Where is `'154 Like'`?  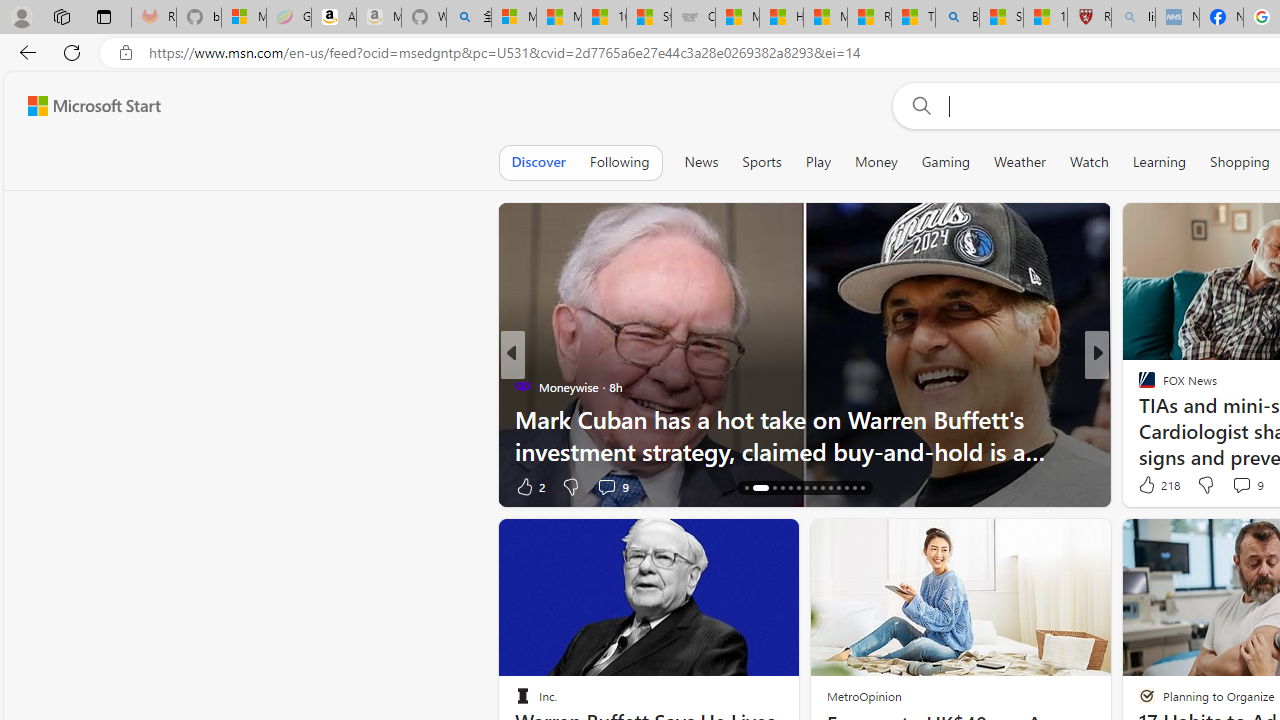 '154 Like' is located at coordinates (1152, 486).